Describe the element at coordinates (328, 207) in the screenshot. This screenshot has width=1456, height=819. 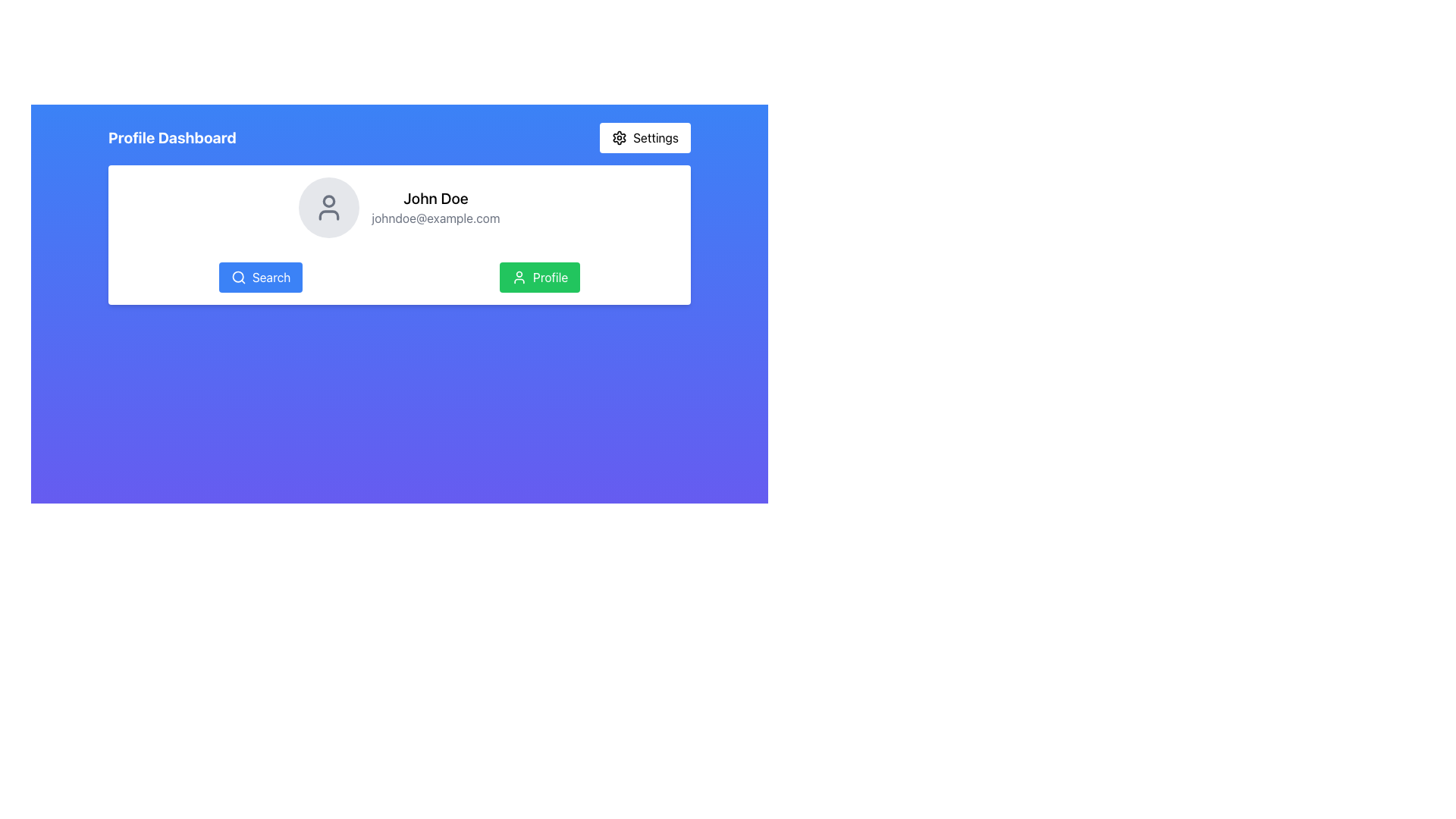
I see `the Avatar placeholder circle with user icon, which represents a user profile display area located near the center-left of the layout, immediately left of the text 'John Doe' and 'johndoe@example.com'` at that location.